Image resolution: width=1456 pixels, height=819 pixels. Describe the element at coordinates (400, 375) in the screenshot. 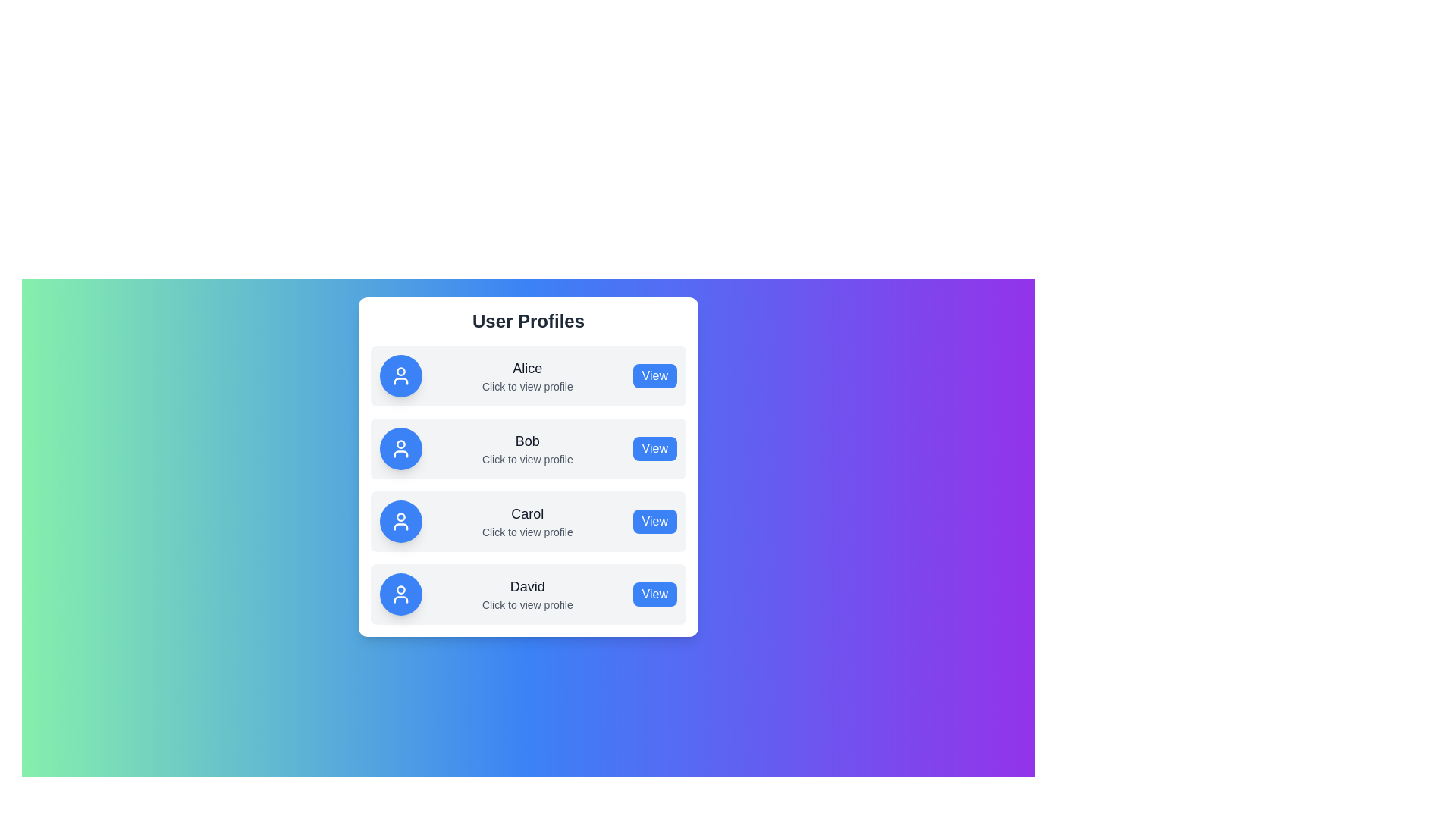

I see `the user profile icon representing 'Alice', located in the left section of the first row in the user profiles list, adjacent to the text 'Alice' and the 'View' button` at that location.